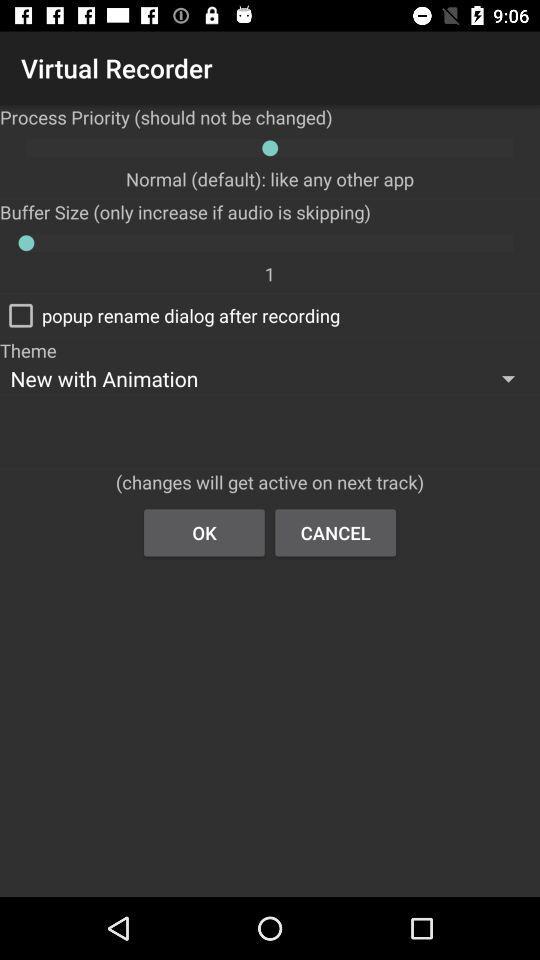 Image resolution: width=540 pixels, height=960 pixels. Describe the element at coordinates (203, 531) in the screenshot. I see `ok button` at that location.